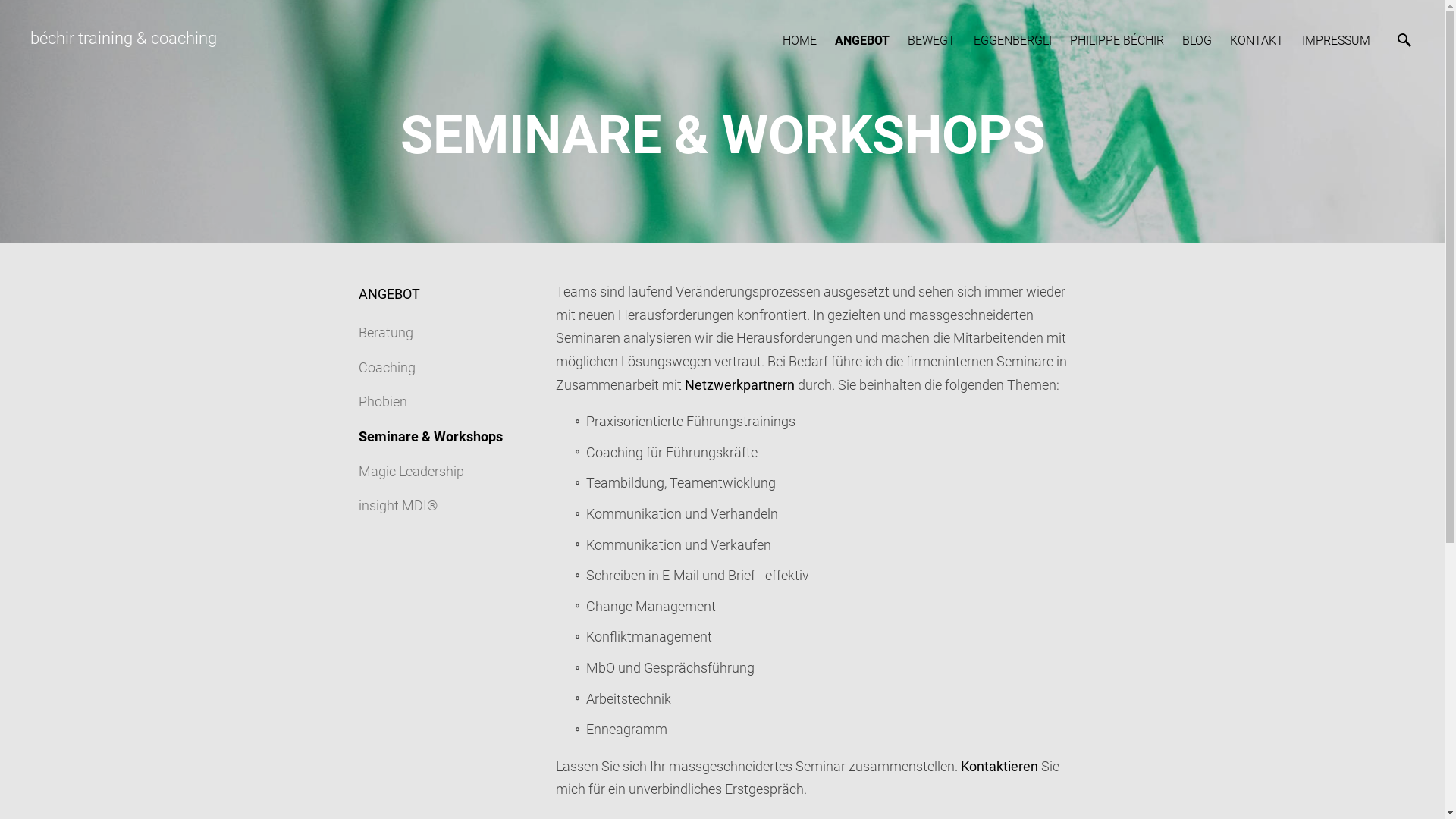  What do you see at coordinates (1257, 39) in the screenshot?
I see `'KONTAKT'` at bounding box center [1257, 39].